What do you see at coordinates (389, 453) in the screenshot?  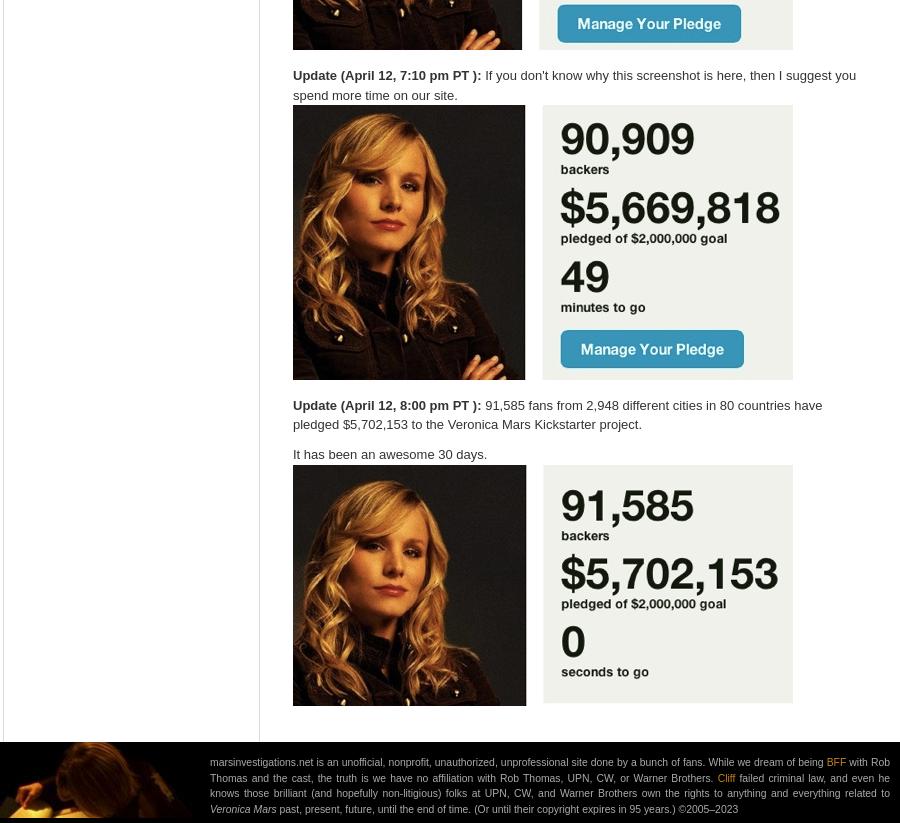 I see `'It has been an awesome 30 days.'` at bounding box center [389, 453].